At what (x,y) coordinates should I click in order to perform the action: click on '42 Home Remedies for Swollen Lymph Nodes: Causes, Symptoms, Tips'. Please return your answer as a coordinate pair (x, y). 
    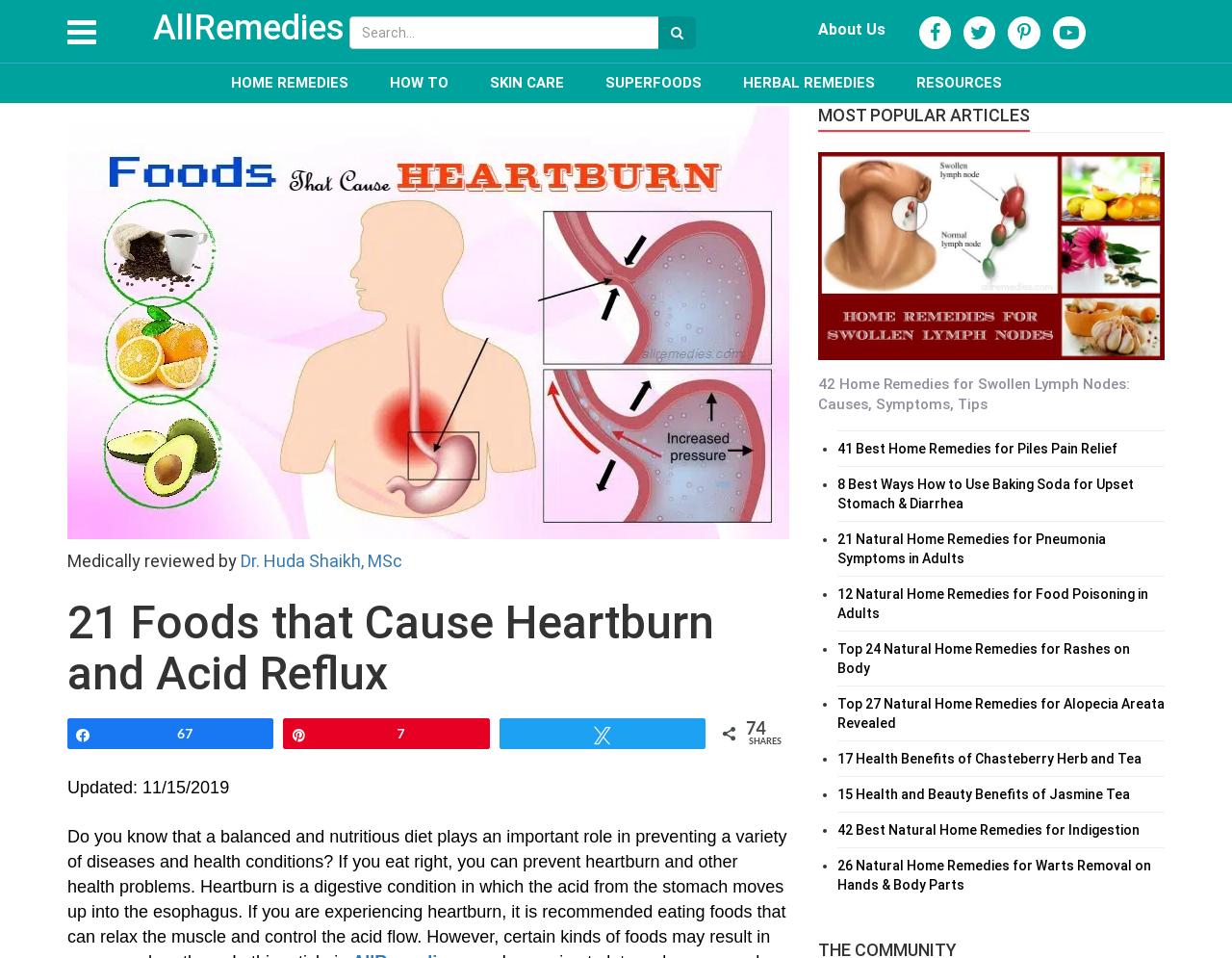
    Looking at the image, I should click on (973, 394).